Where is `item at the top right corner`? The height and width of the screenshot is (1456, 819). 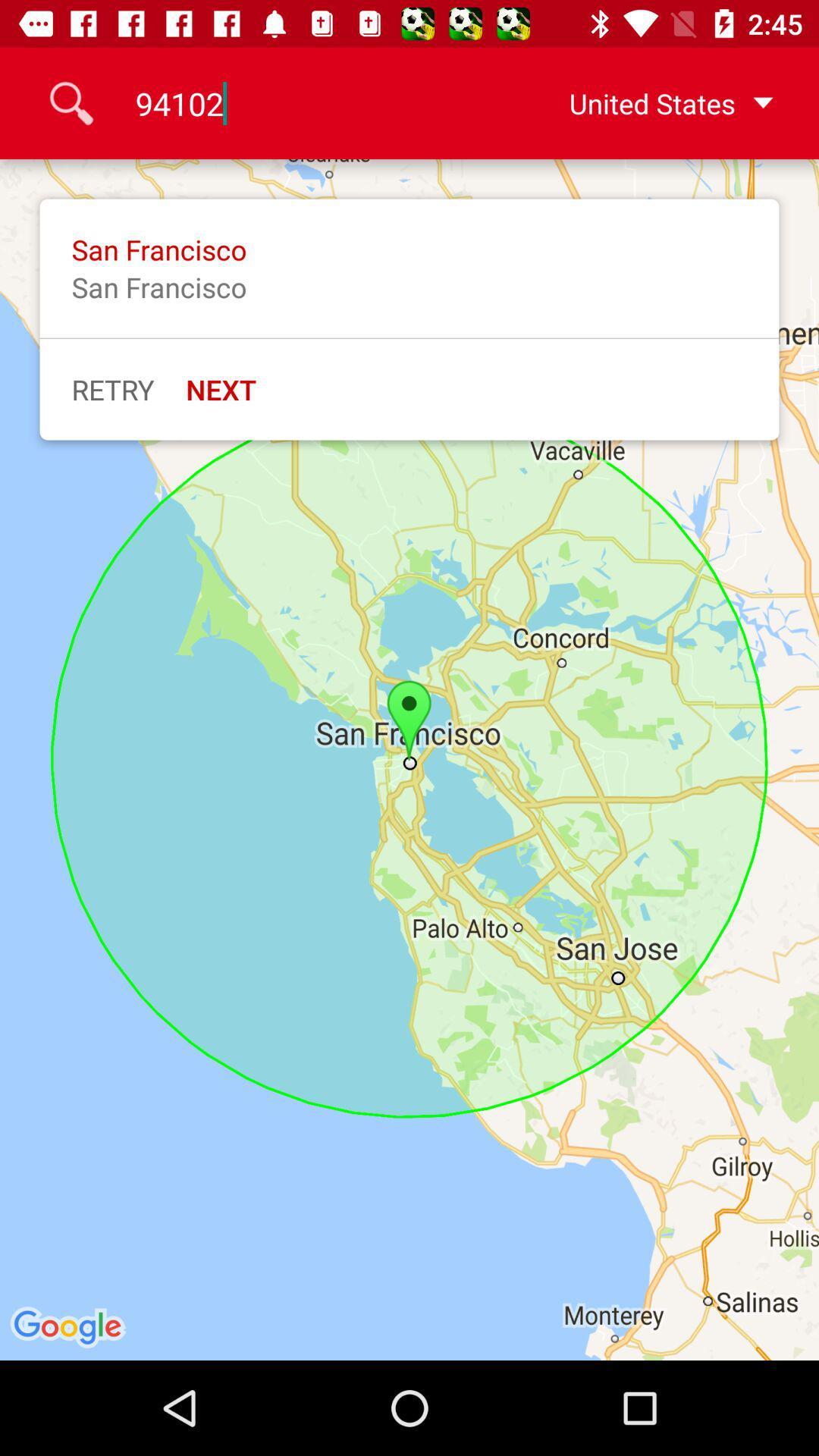 item at the top right corner is located at coordinates (647, 102).